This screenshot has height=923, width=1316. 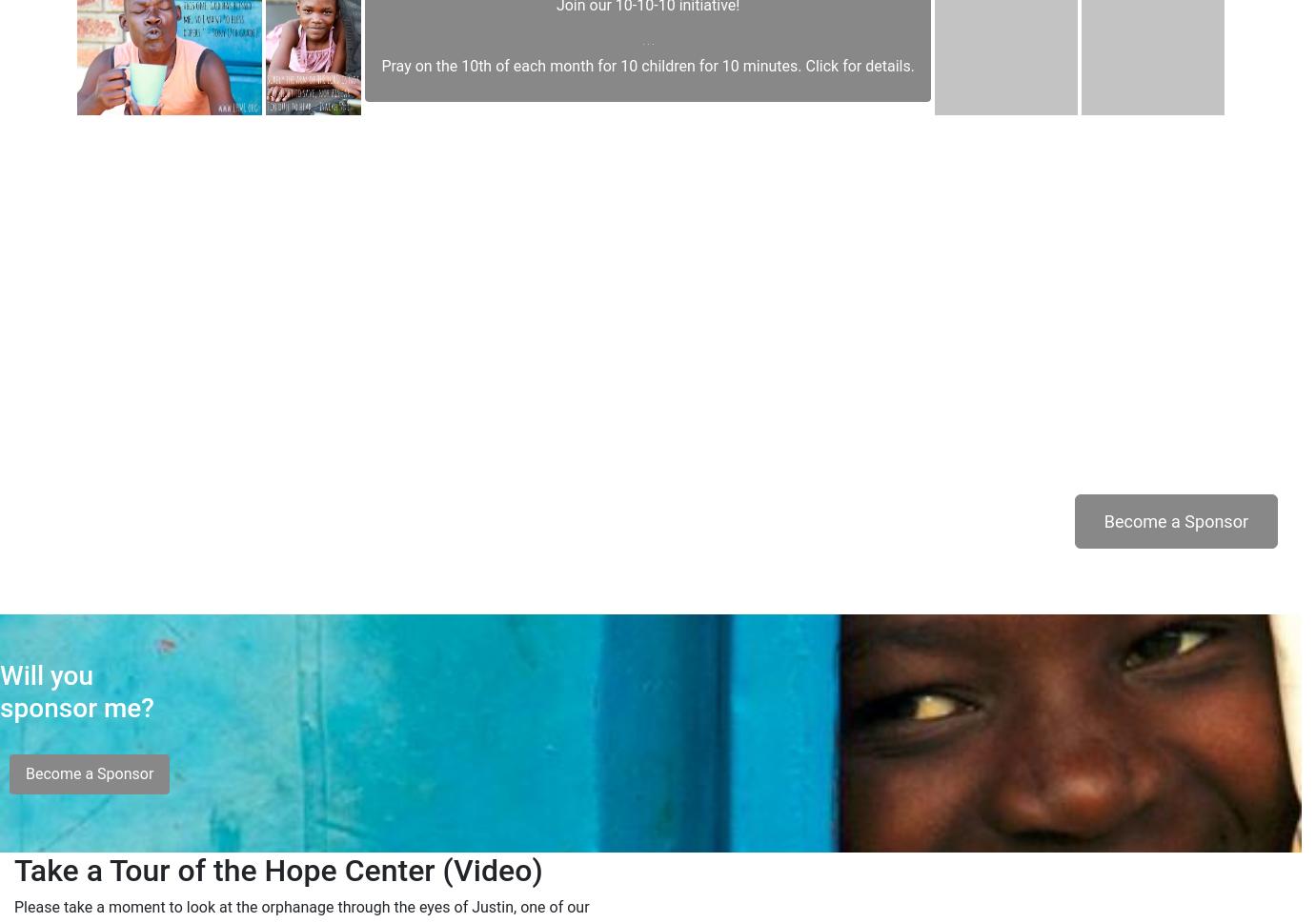 I want to click on 'Many orphans are currently waiting for a sponsor.', so click(x=1110, y=418).